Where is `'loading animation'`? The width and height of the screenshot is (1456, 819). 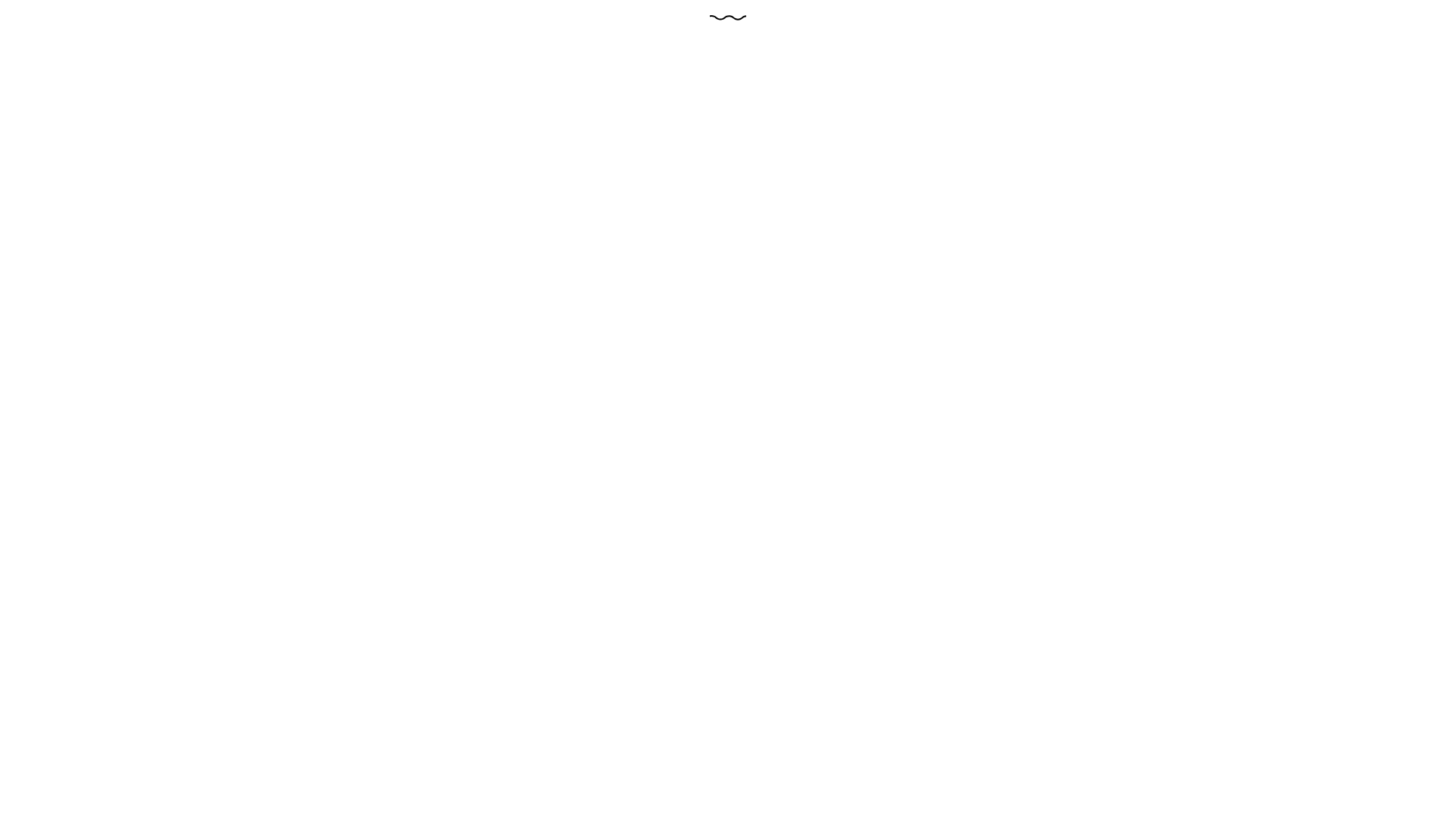
'loading animation' is located at coordinates (728, 17).